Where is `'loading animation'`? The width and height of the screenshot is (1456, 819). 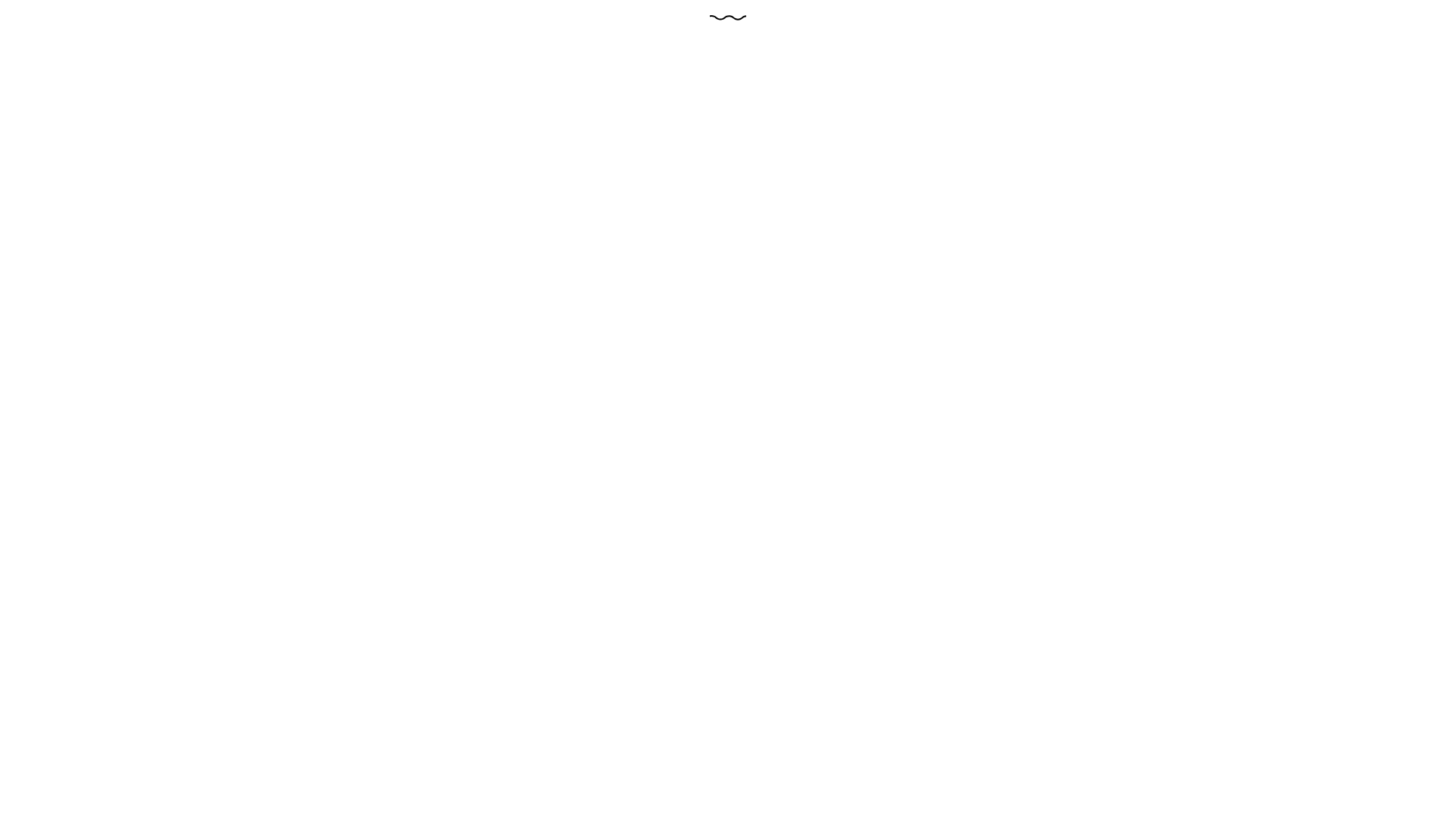
'loading animation' is located at coordinates (728, 17).